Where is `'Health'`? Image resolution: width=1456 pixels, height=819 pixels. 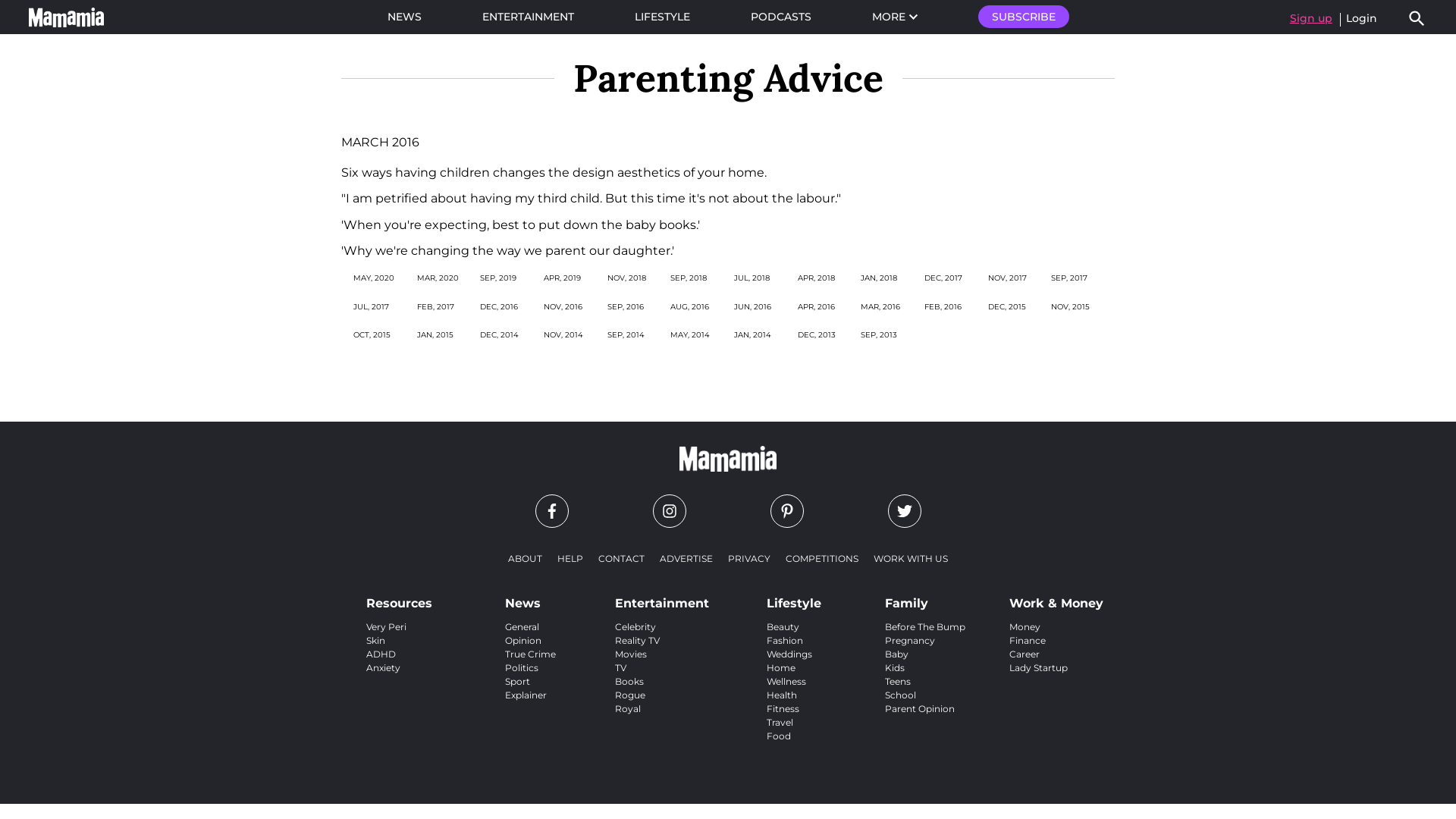 'Health' is located at coordinates (782, 695).